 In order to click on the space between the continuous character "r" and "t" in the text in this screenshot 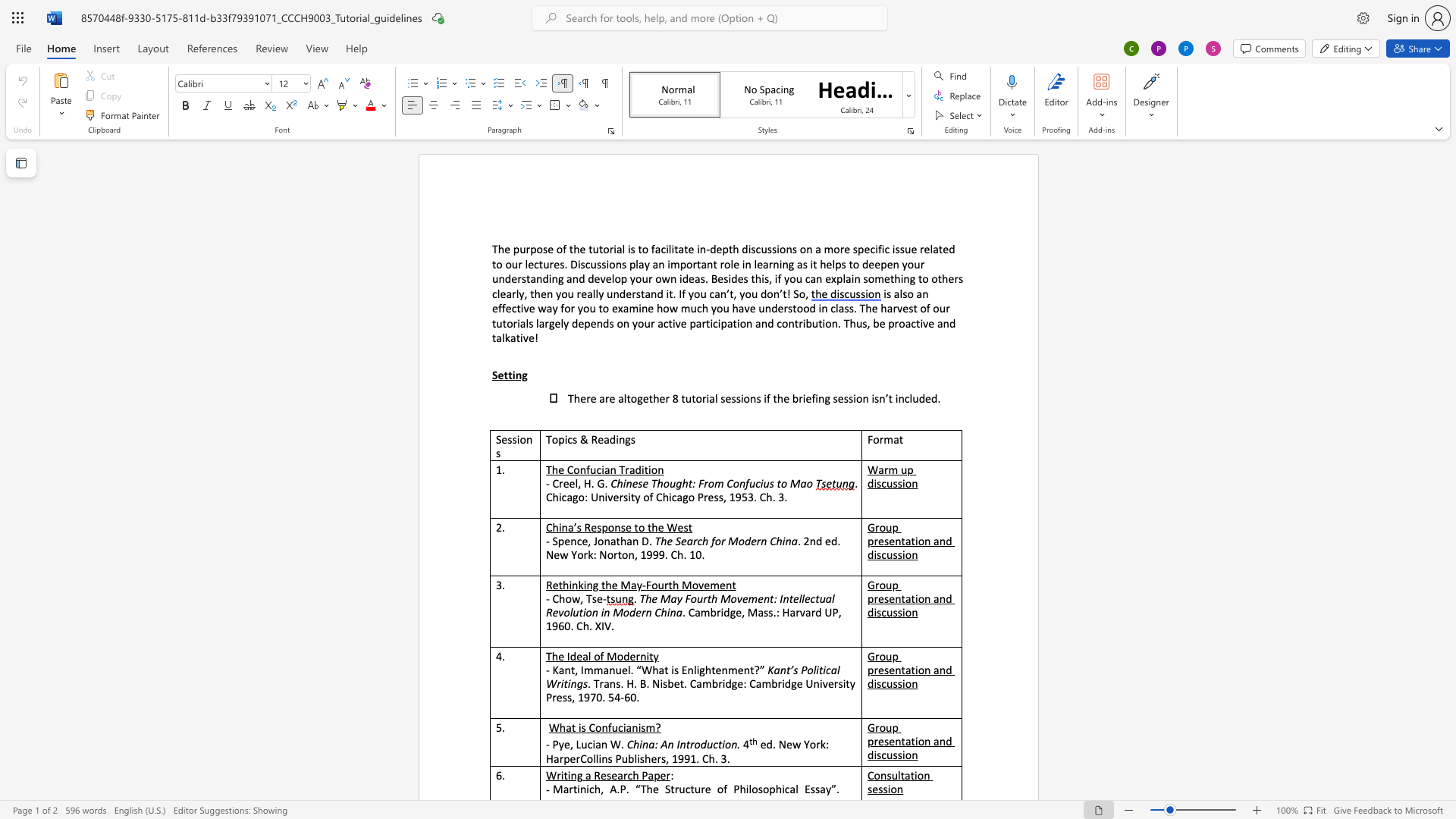, I will do `click(696, 263)`.